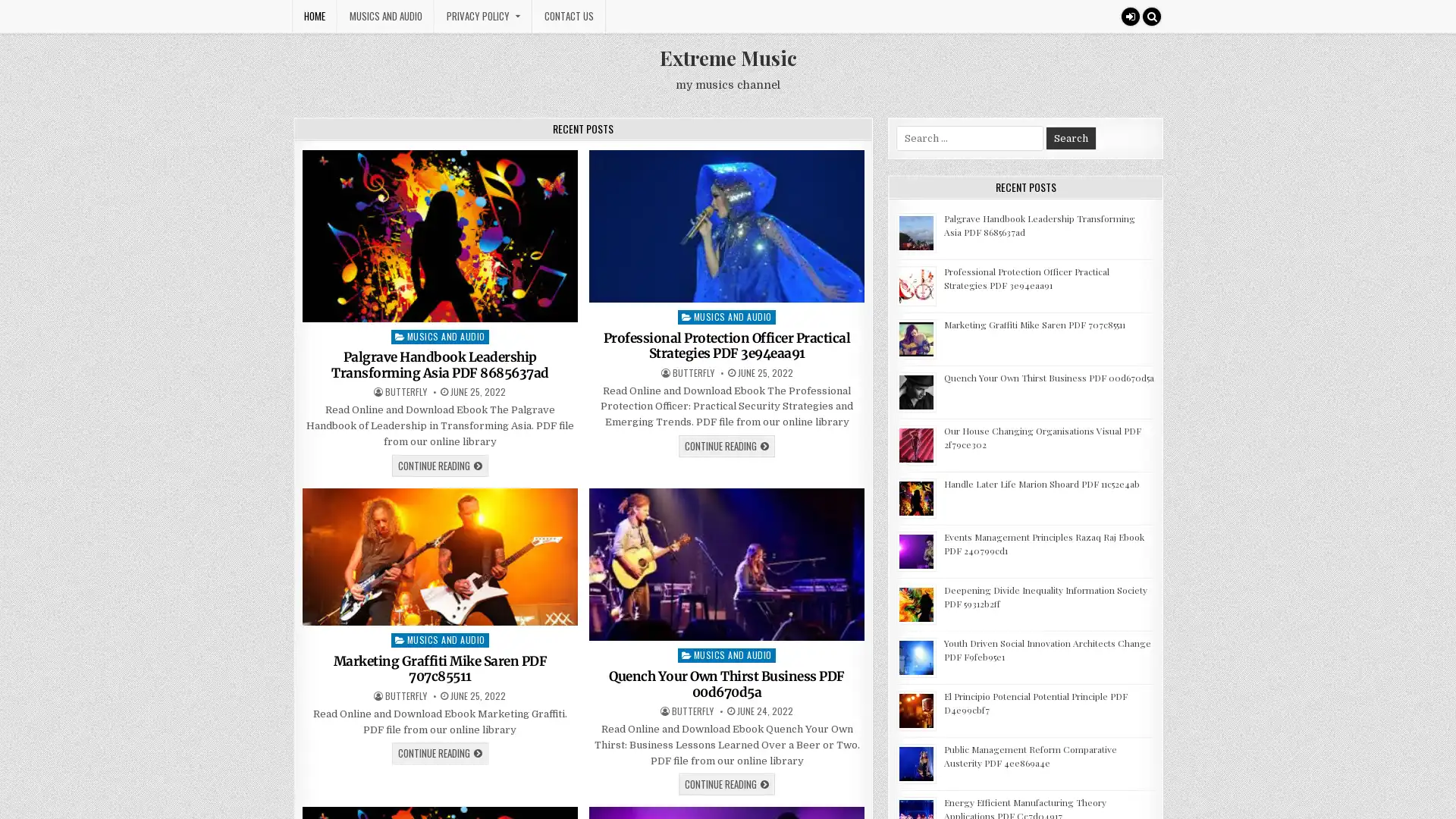 This screenshot has width=1456, height=819. I want to click on Search, so click(1070, 138).